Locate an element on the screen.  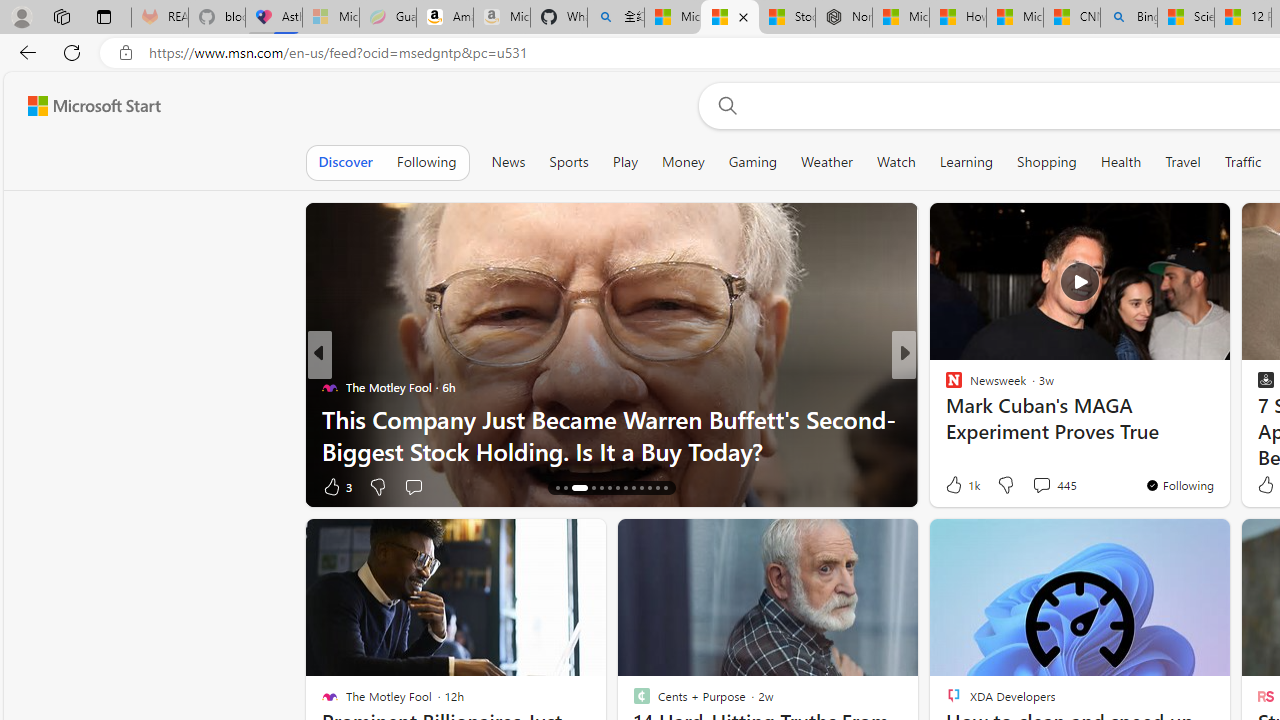
'Traffic' is located at coordinates (1242, 161).